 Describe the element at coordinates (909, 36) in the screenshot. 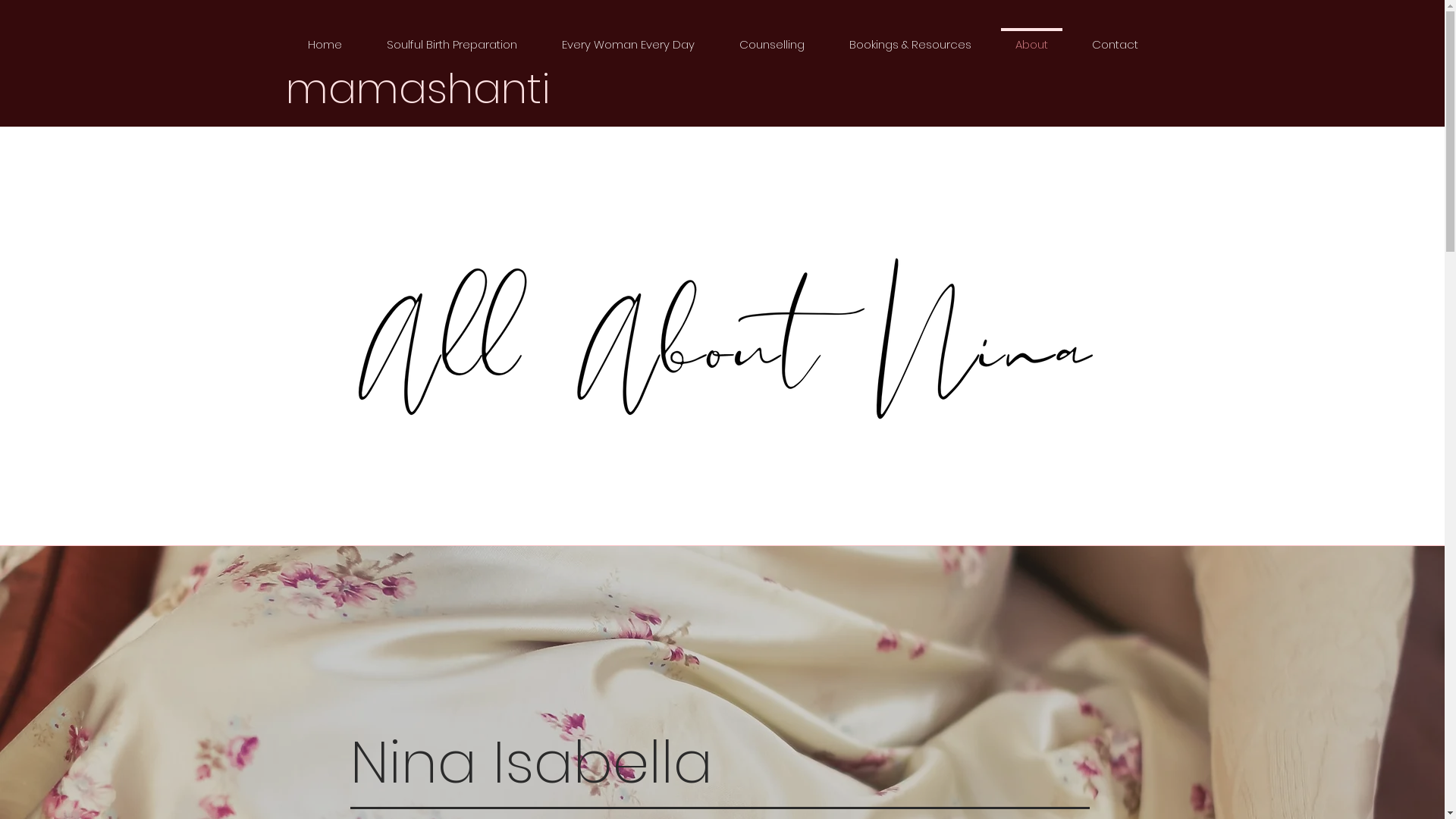

I see `'Bookings & Resources'` at that location.